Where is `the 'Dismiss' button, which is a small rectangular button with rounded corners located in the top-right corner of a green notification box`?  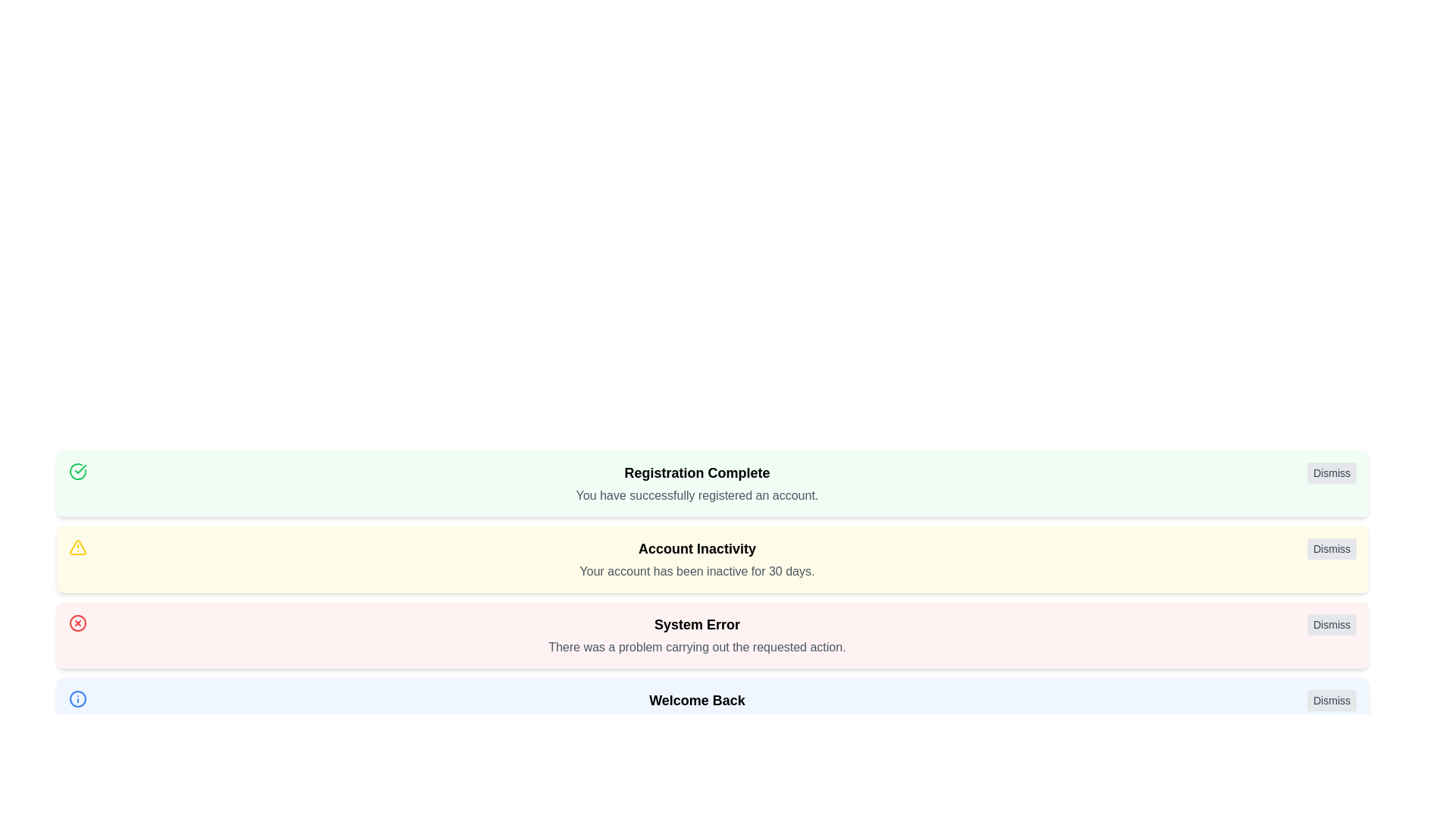
the 'Dismiss' button, which is a small rectangular button with rounded corners located in the top-right corner of a green notification box is located at coordinates (1331, 472).